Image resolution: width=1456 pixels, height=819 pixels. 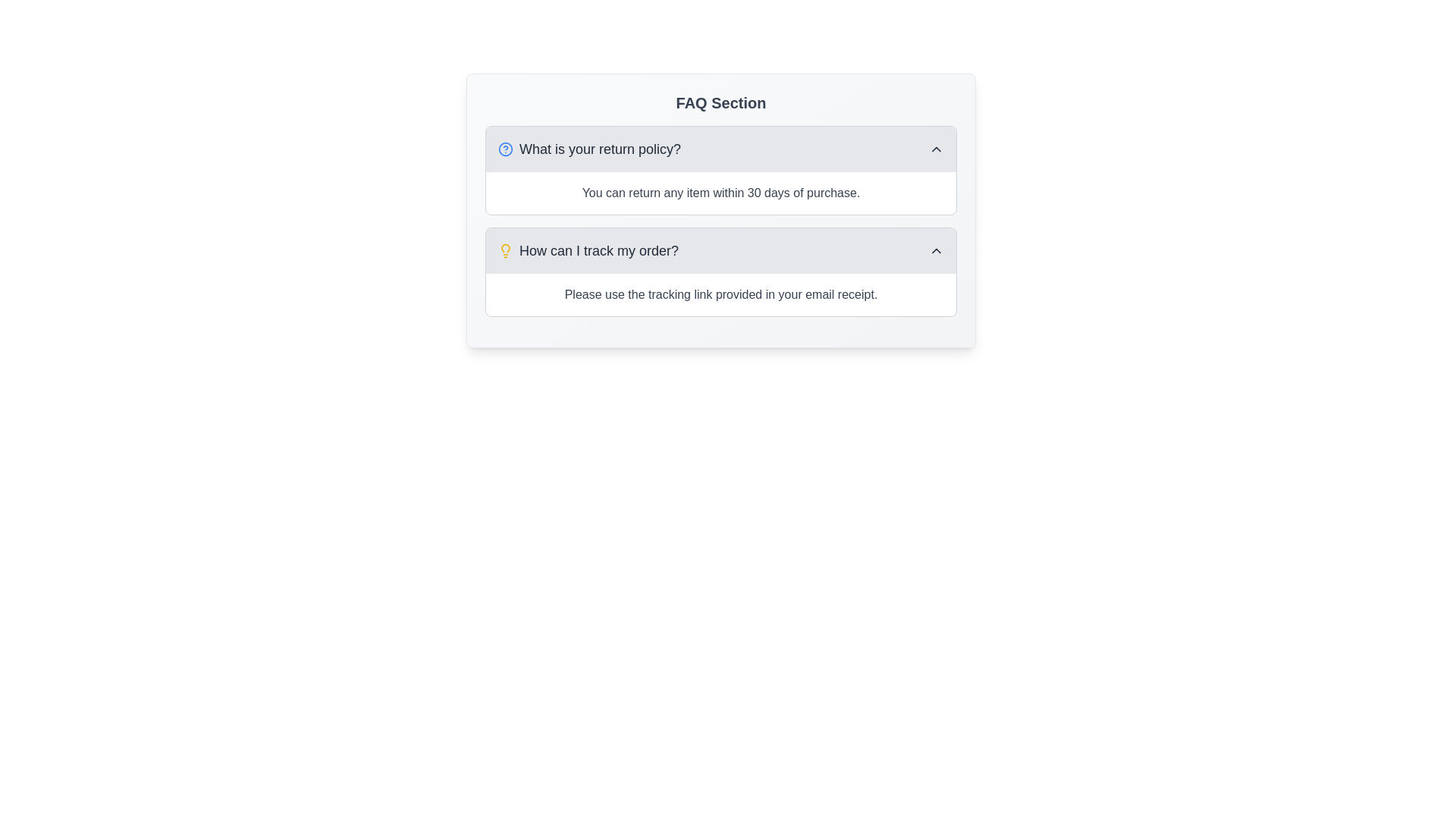 I want to click on the first question in the Collapsible FAQ section, so click(x=720, y=170).